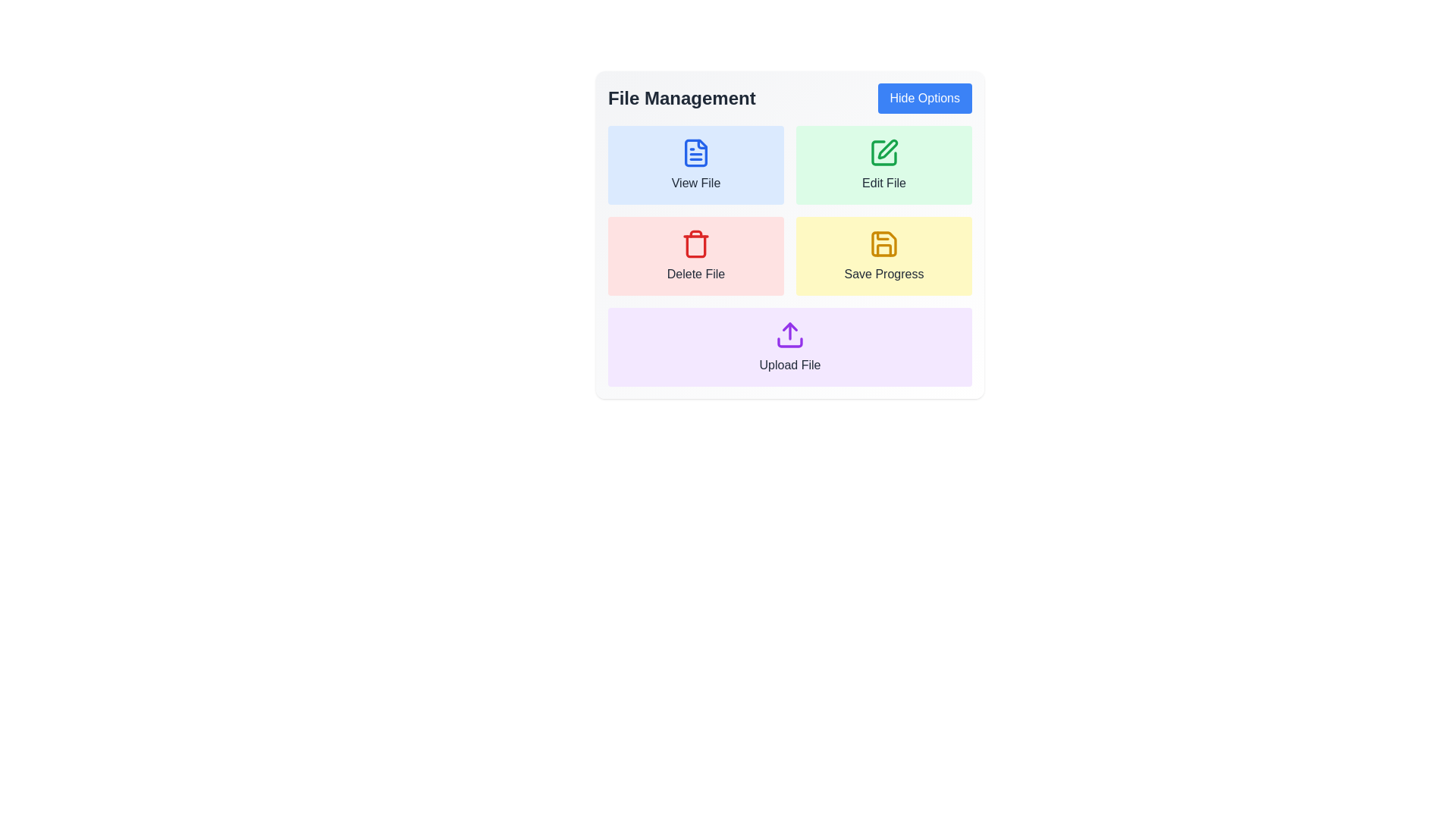  Describe the element at coordinates (884, 243) in the screenshot. I see `the 'Save Progress' button which contains the yellowish save icon resembling a floppy disk, located in the second row, second column of the 'File Management' section` at that location.